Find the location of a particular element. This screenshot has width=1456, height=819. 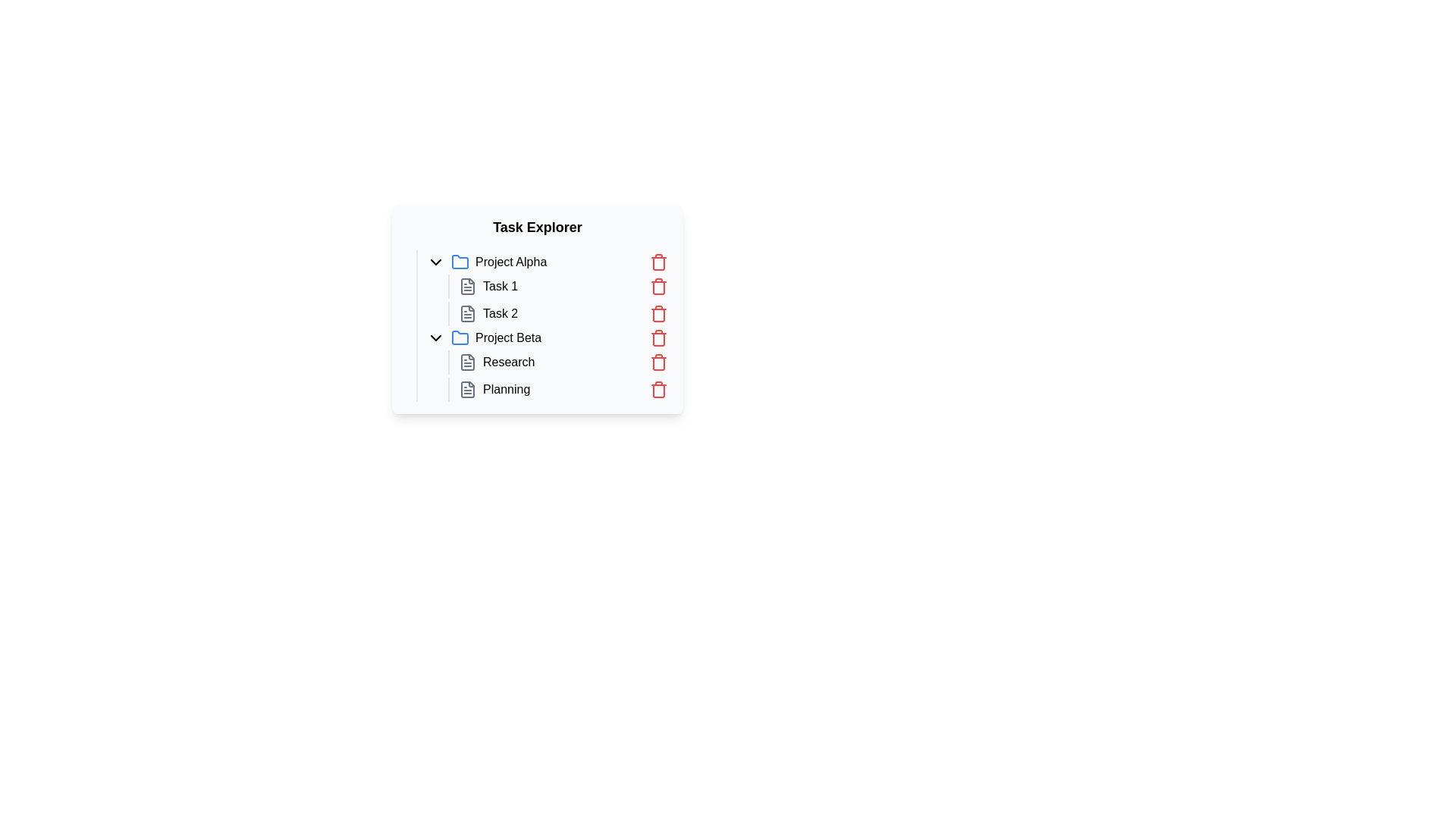

the text label that identifies the project folder, located in the first project collapsible group, to the right of the blue folder icon and above 'Task 1' and 'Task 2' is located at coordinates (511, 262).